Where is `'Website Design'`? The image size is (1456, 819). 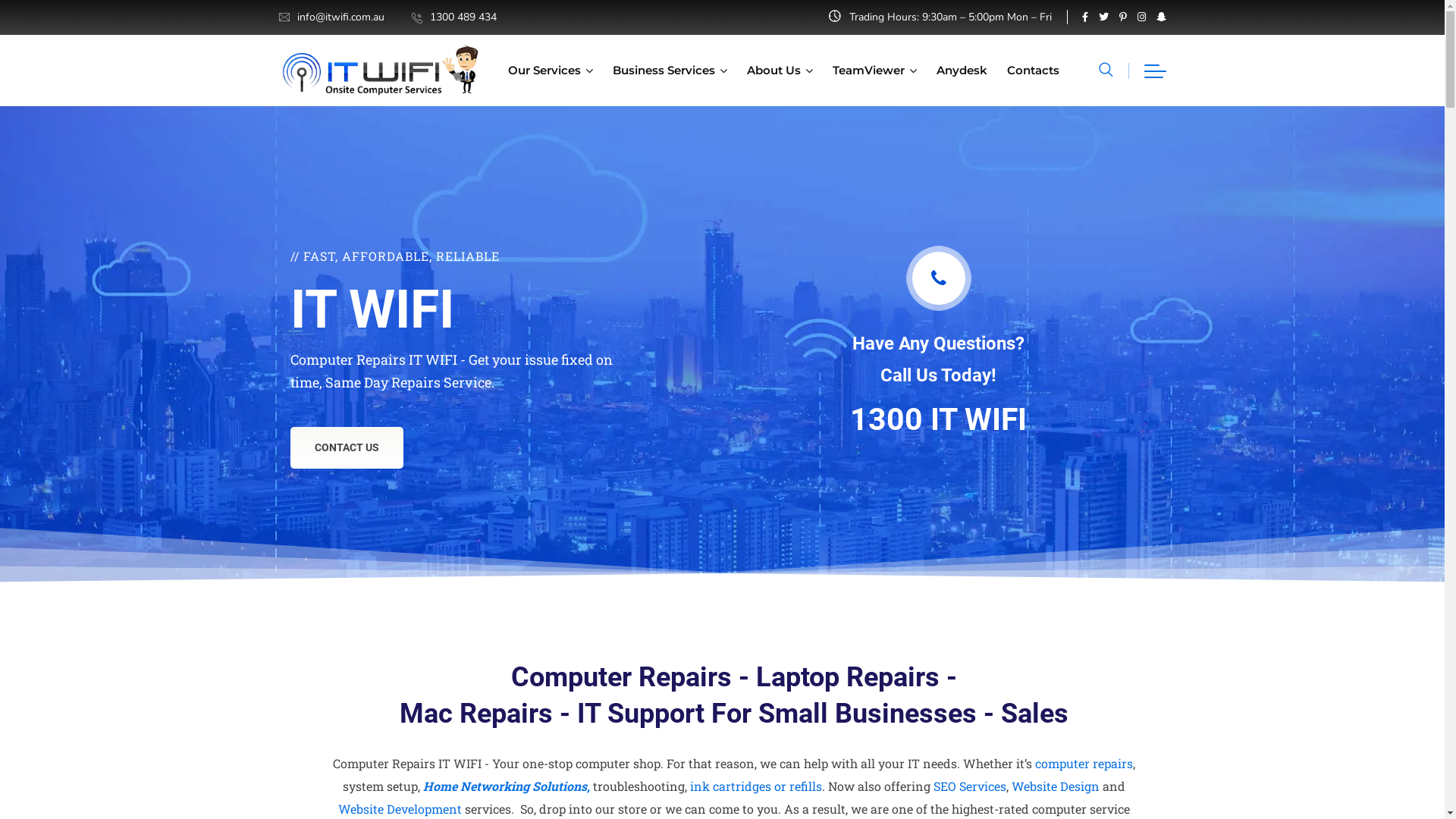
'Website Design' is located at coordinates (1055, 785).